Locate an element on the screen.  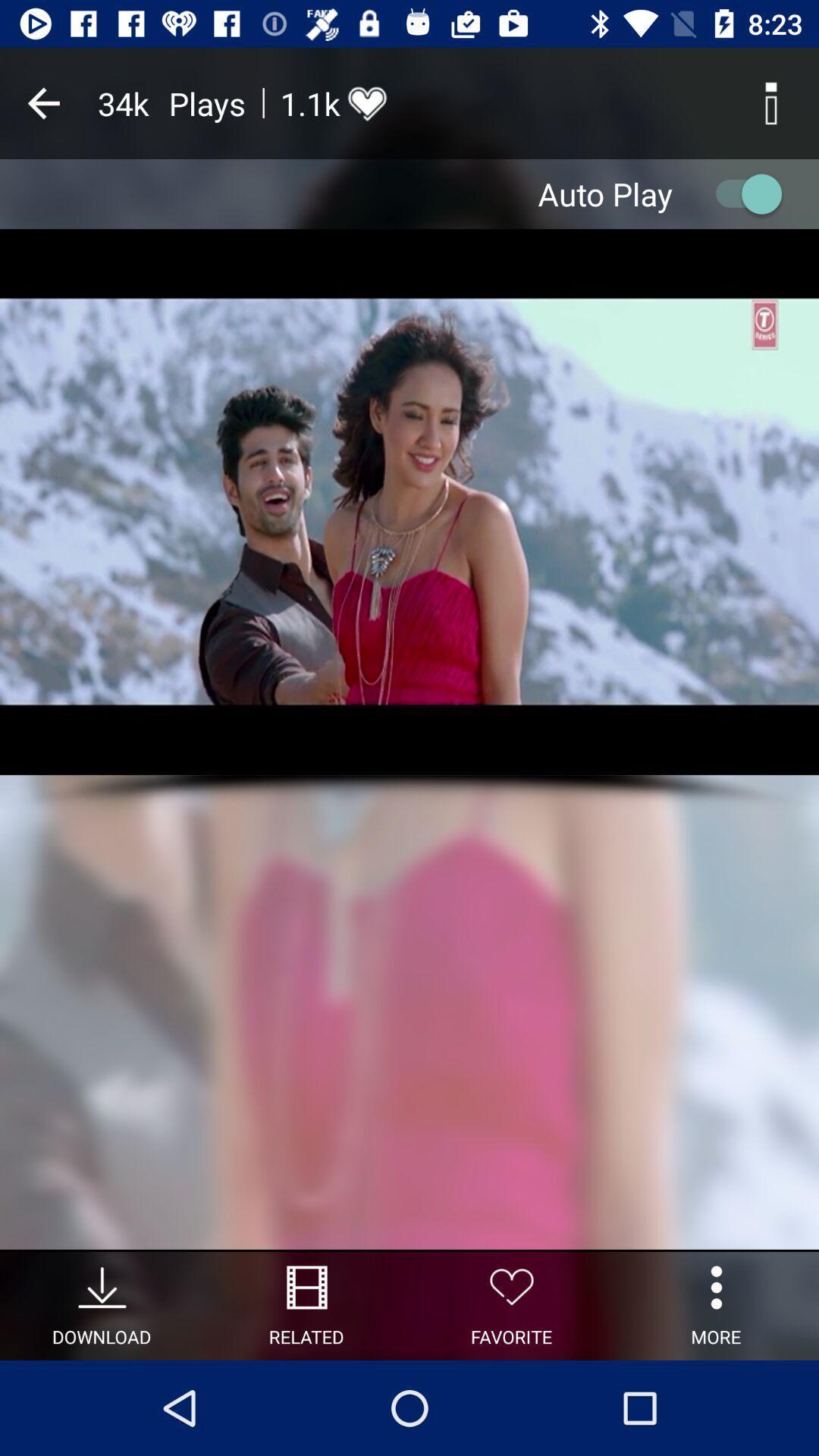
previous page is located at coordinates (42, 102).